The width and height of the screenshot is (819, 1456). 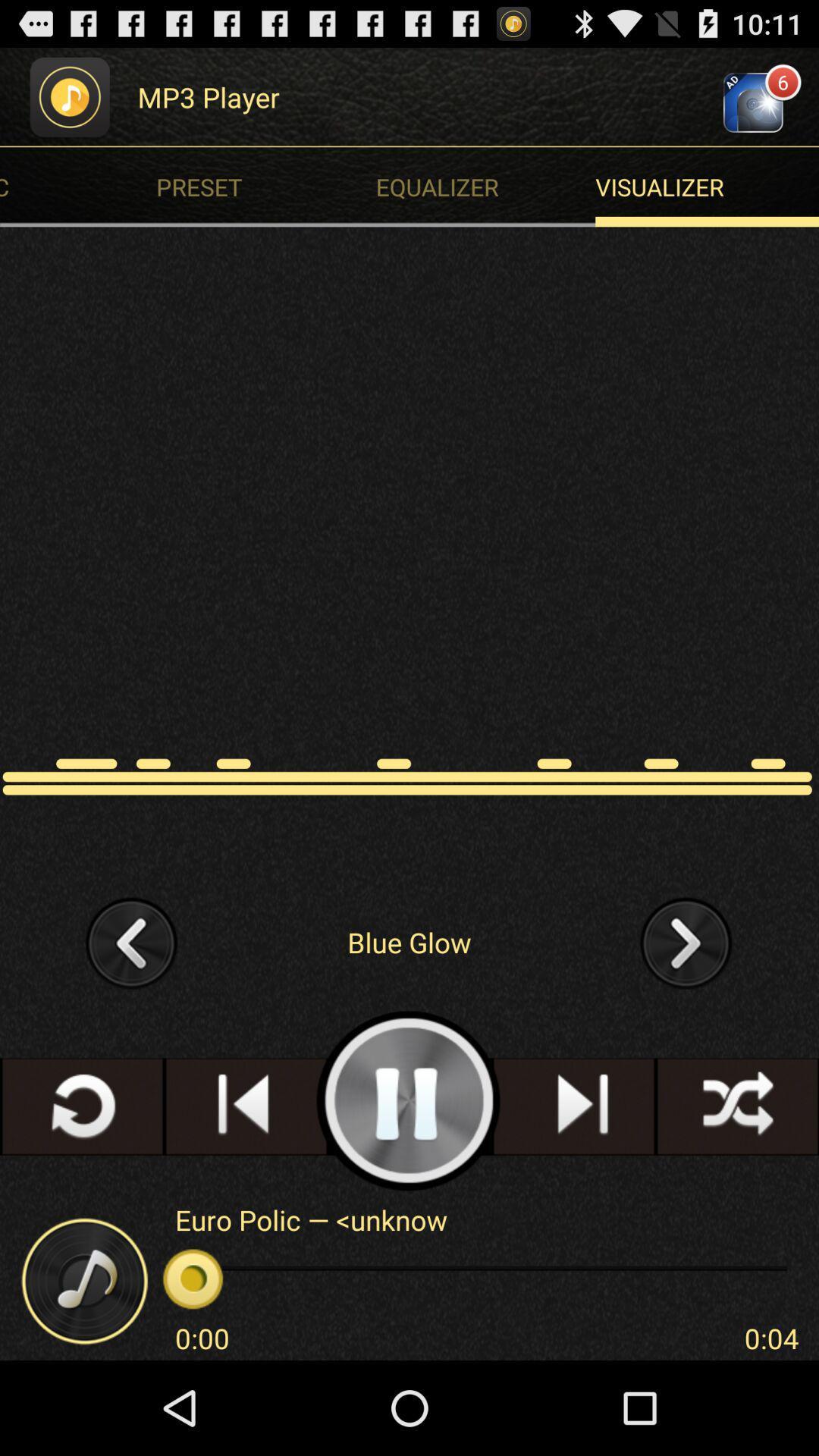 What do you see at coordinates (269, 186) in the screenshot?
I see `preset item` at bounding box center [269, 186].